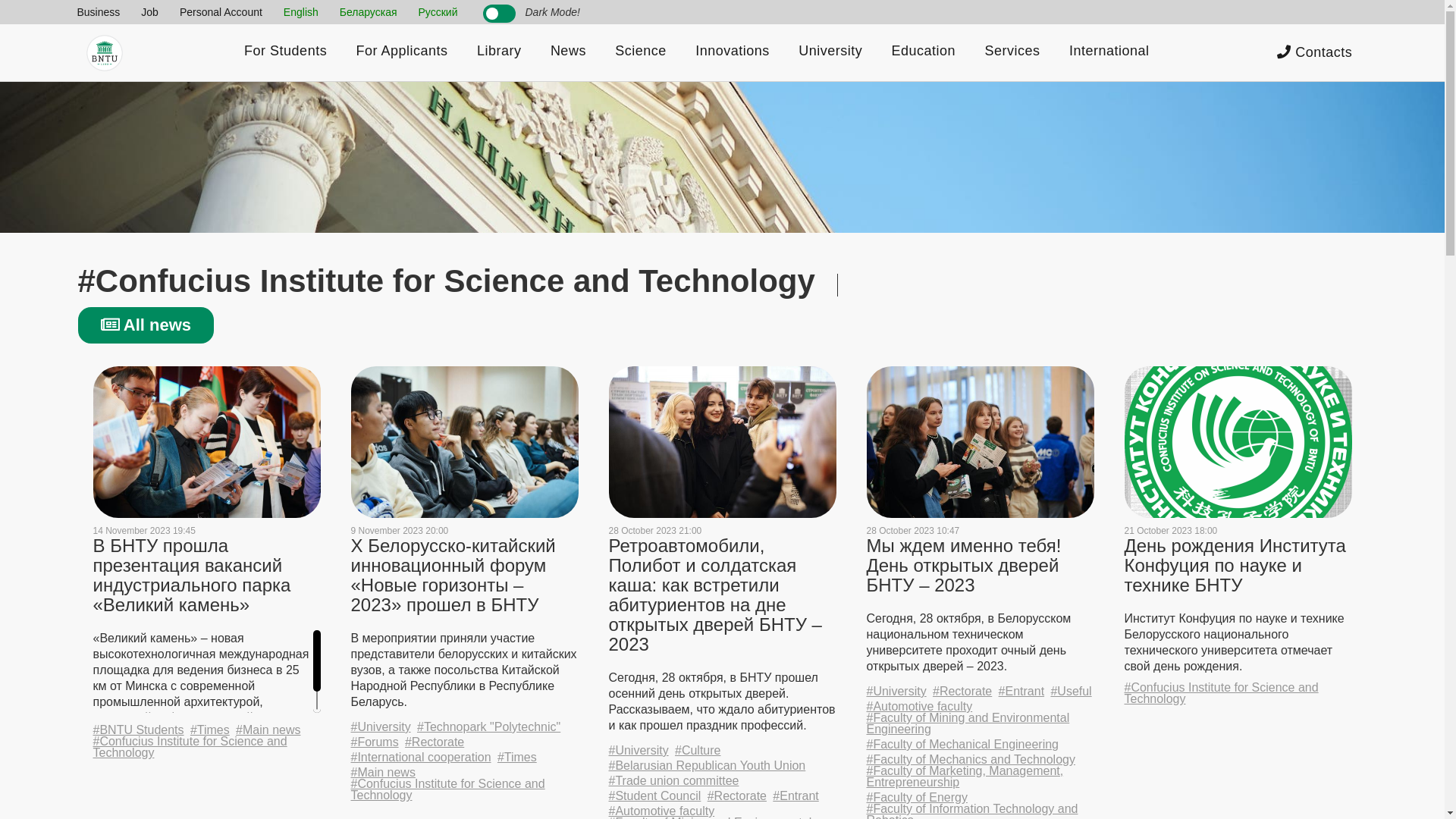 The image size is (1456, 819). What do you see at coordinates (1021, 691) in the screenshot?
I see `'#Entrant'` at bounding box center [1021, 691].